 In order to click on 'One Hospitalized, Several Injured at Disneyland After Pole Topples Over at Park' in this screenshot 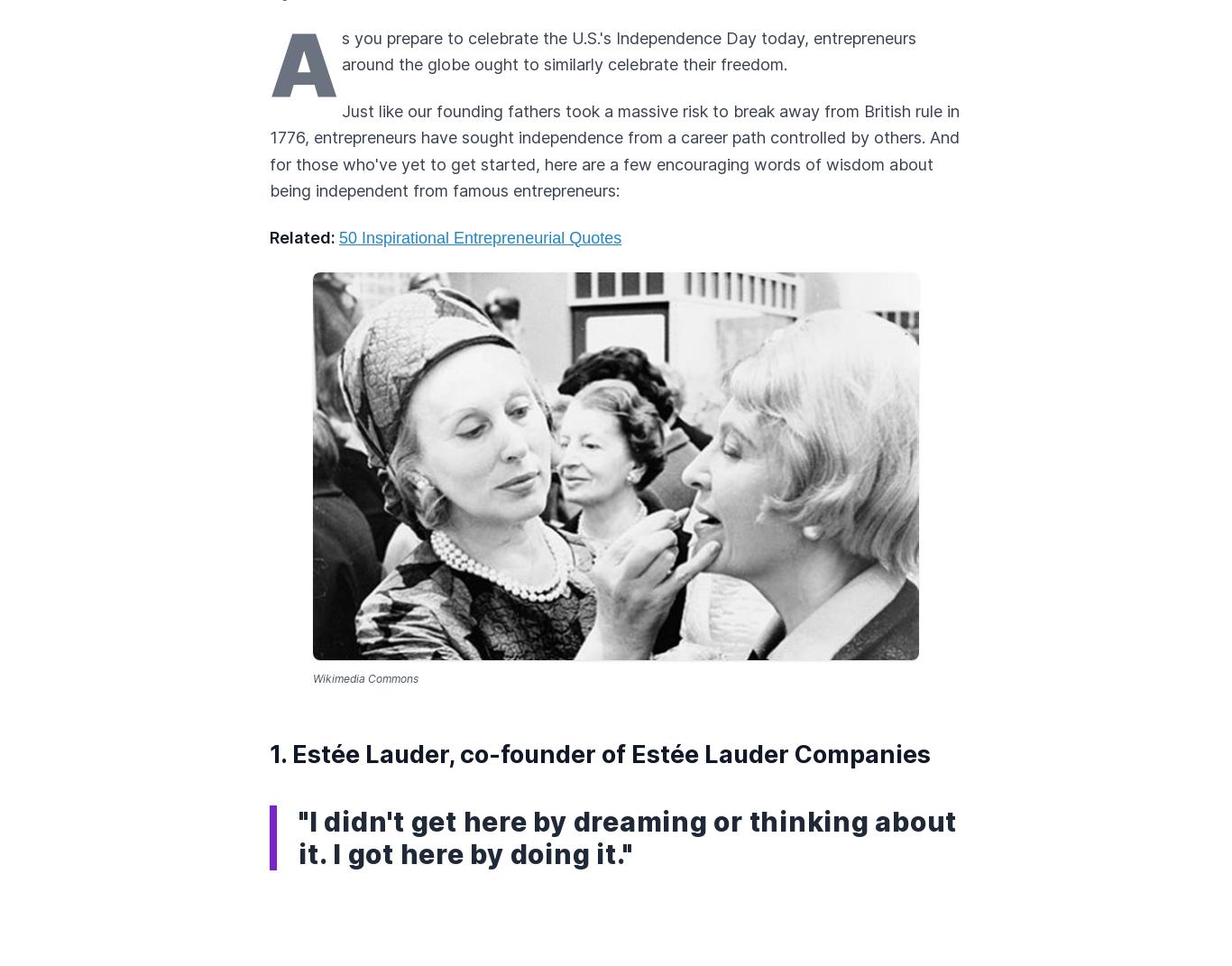, I will do `click(595, 560)`.